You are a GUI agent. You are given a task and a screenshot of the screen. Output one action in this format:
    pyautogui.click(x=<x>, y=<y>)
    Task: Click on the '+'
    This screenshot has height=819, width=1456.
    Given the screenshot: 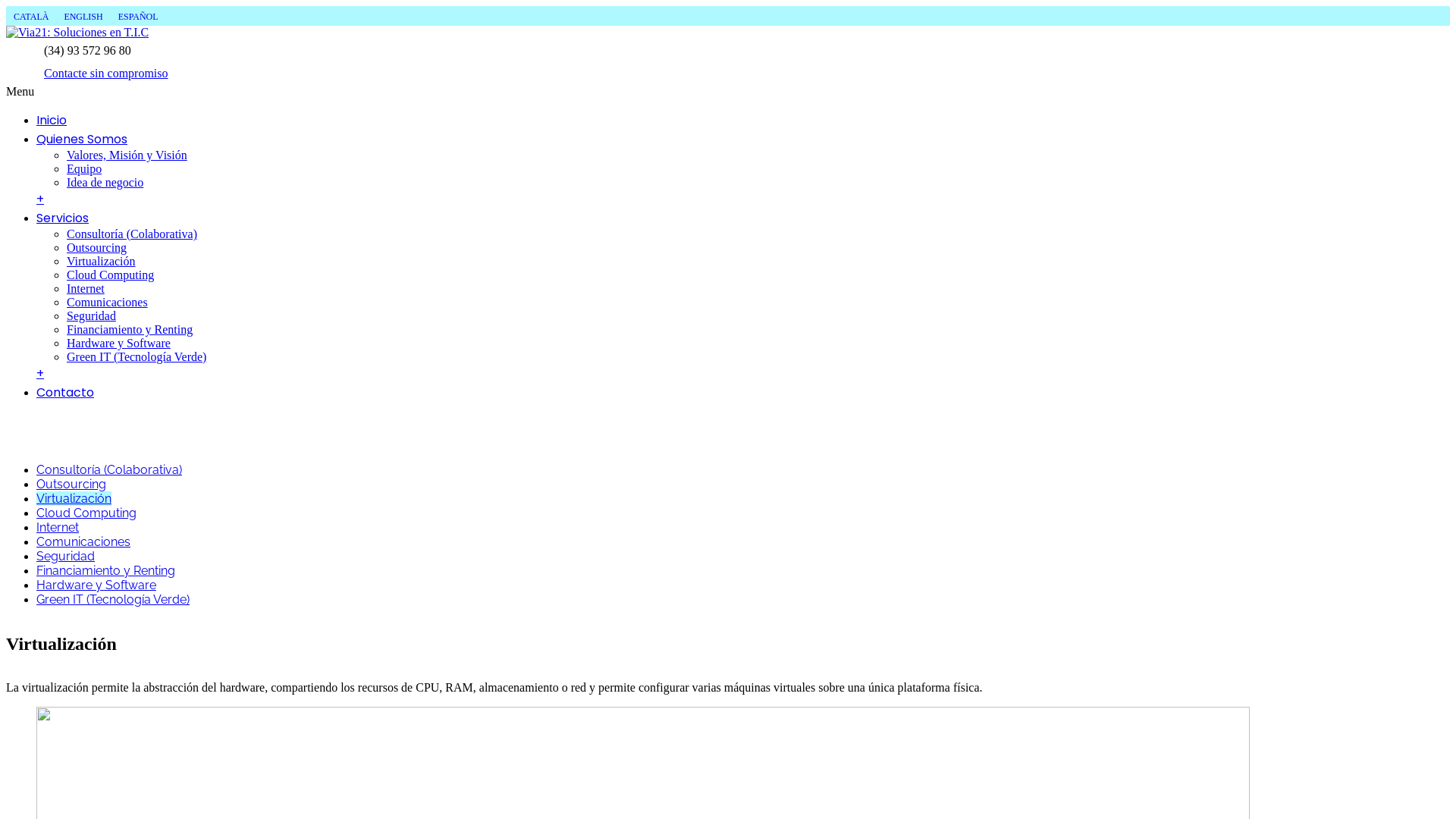 What is the action you would take?
    pyautogui.click(x=39, y=373)
    